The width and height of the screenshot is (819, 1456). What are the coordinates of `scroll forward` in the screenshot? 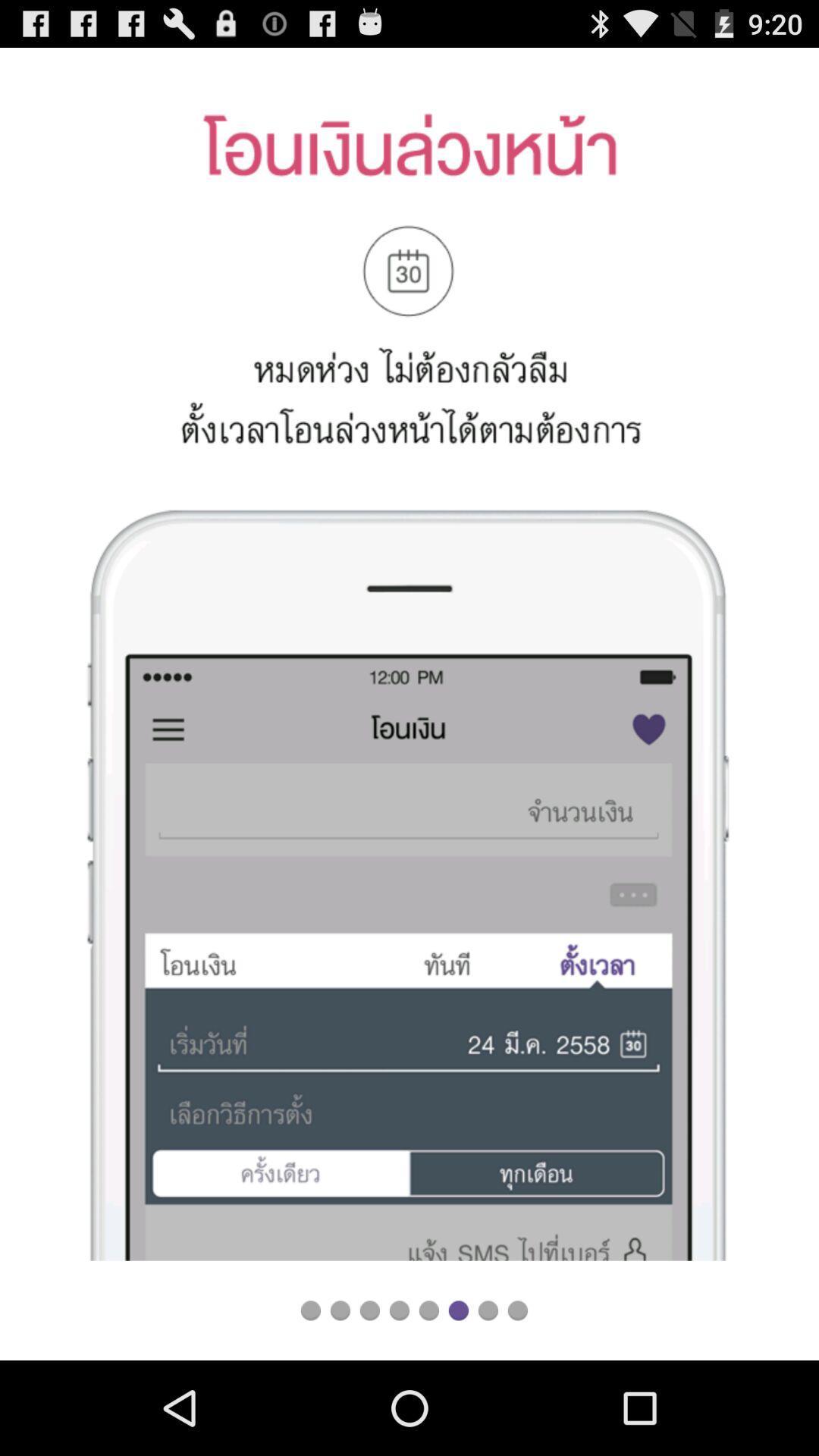 It's located at (369, 1310).